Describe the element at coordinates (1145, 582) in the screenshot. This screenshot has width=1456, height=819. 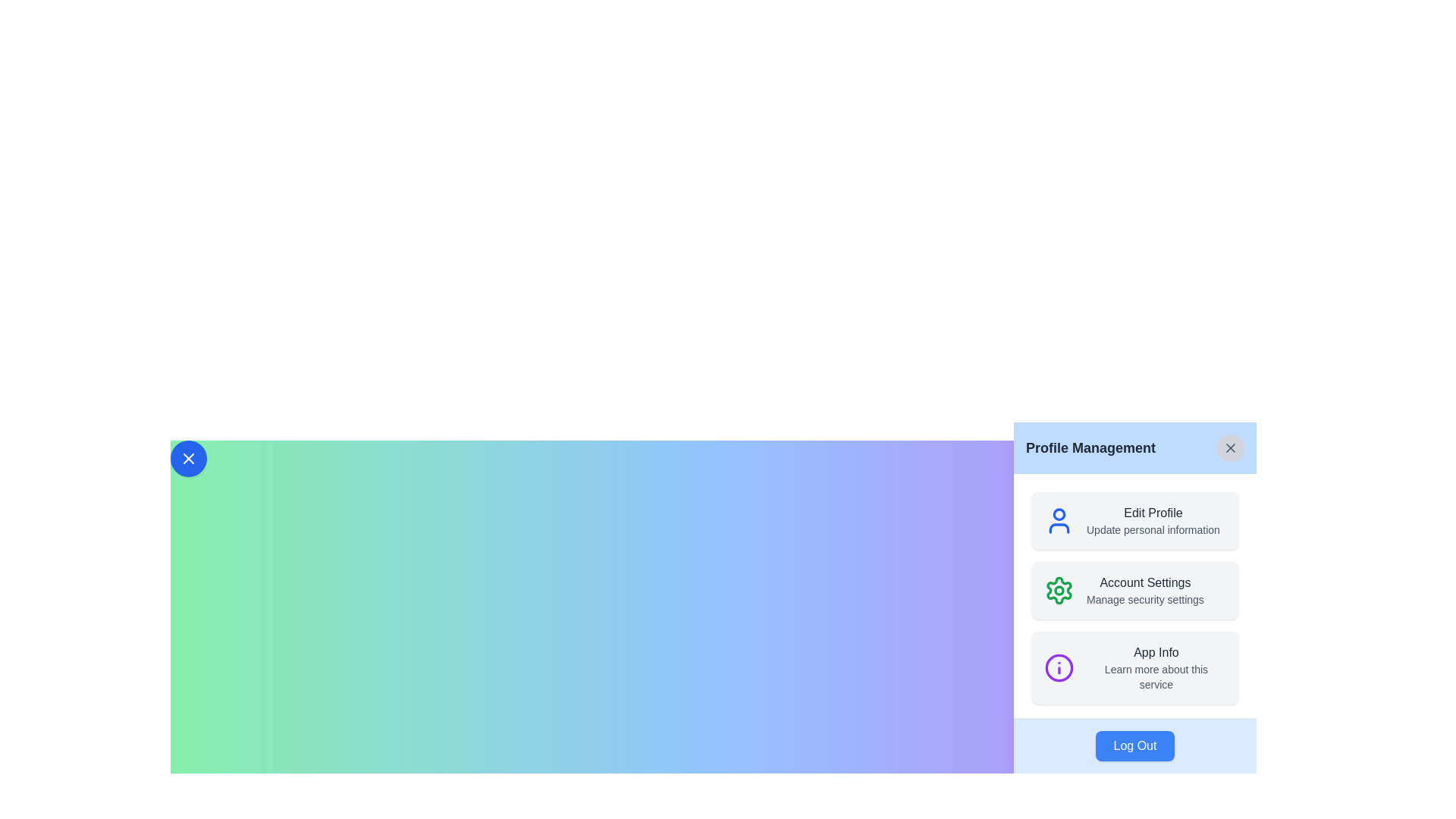
I see `the static text indicating account settings in the Profile Management card, which is positioned above the 'Manage security settings' description and below the 'Edit Profile' section` at that location.